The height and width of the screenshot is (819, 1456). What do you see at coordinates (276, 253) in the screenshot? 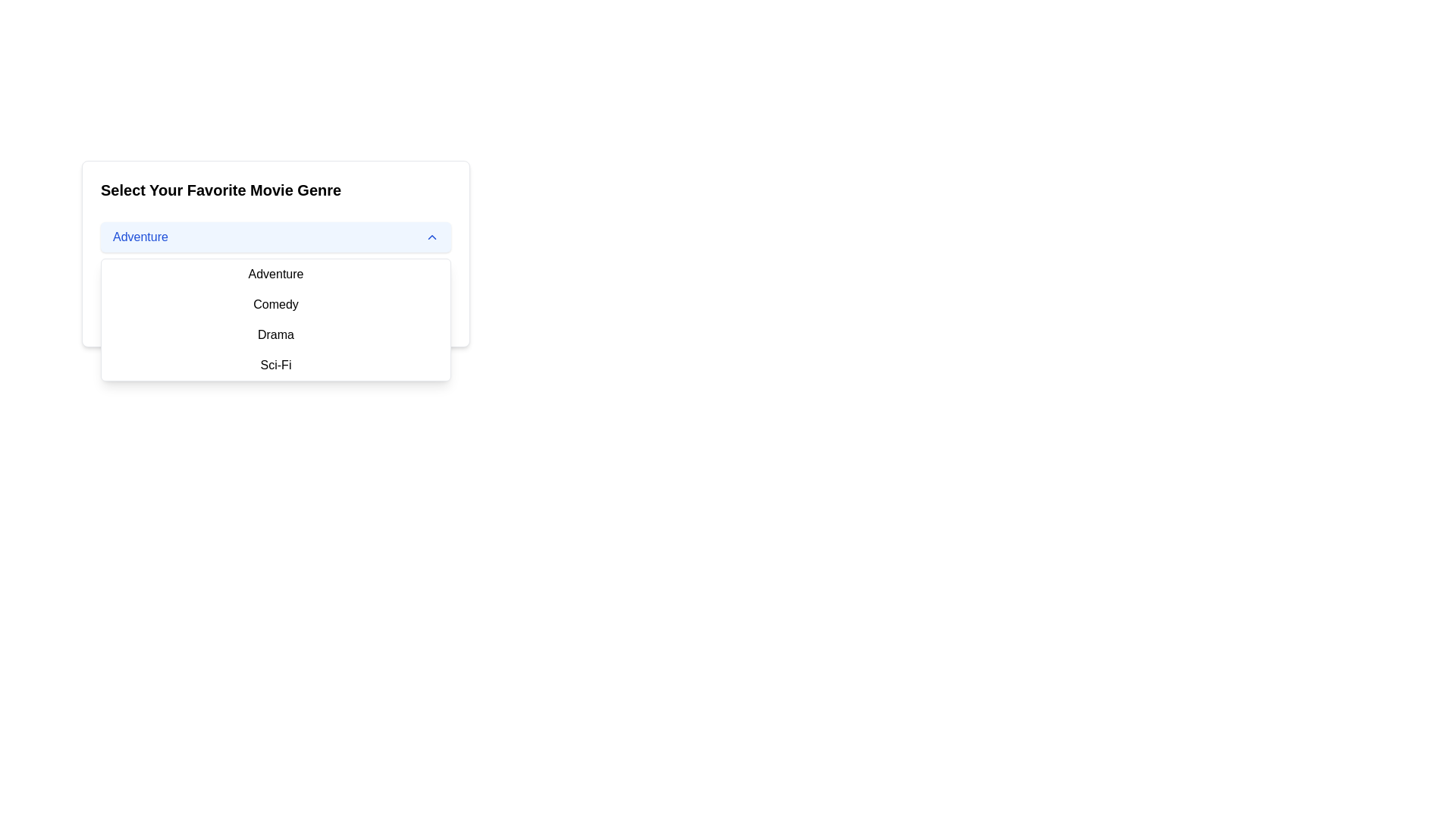
I see `the dropdown menu labeled 'Adventure'` at bounding box center [276, 253].